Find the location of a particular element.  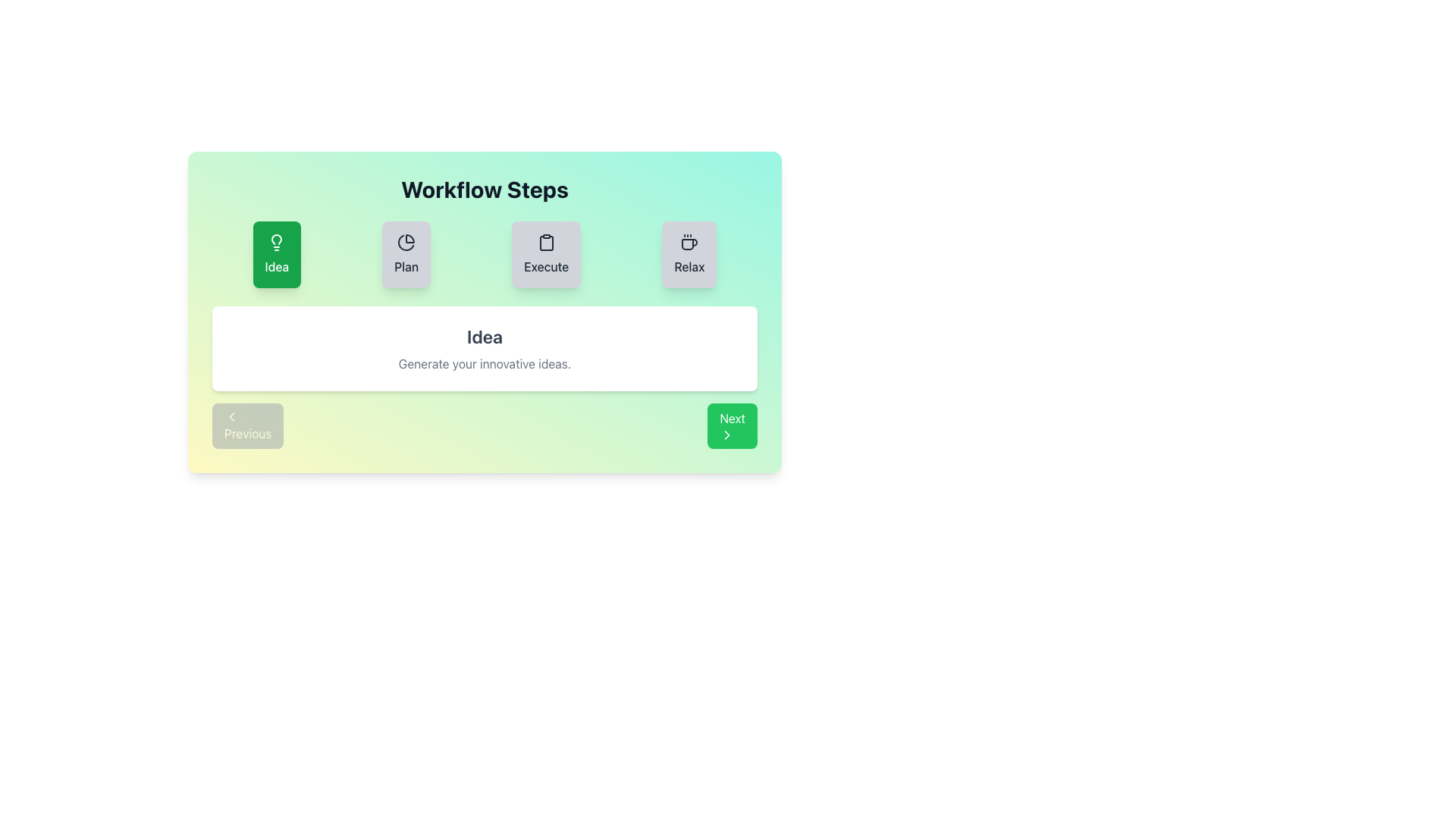

the decorative icon for the 'Relax' button, which is positioned above the text label 'Relax' within the workflow steps interface is located at coordinates (689, 242).